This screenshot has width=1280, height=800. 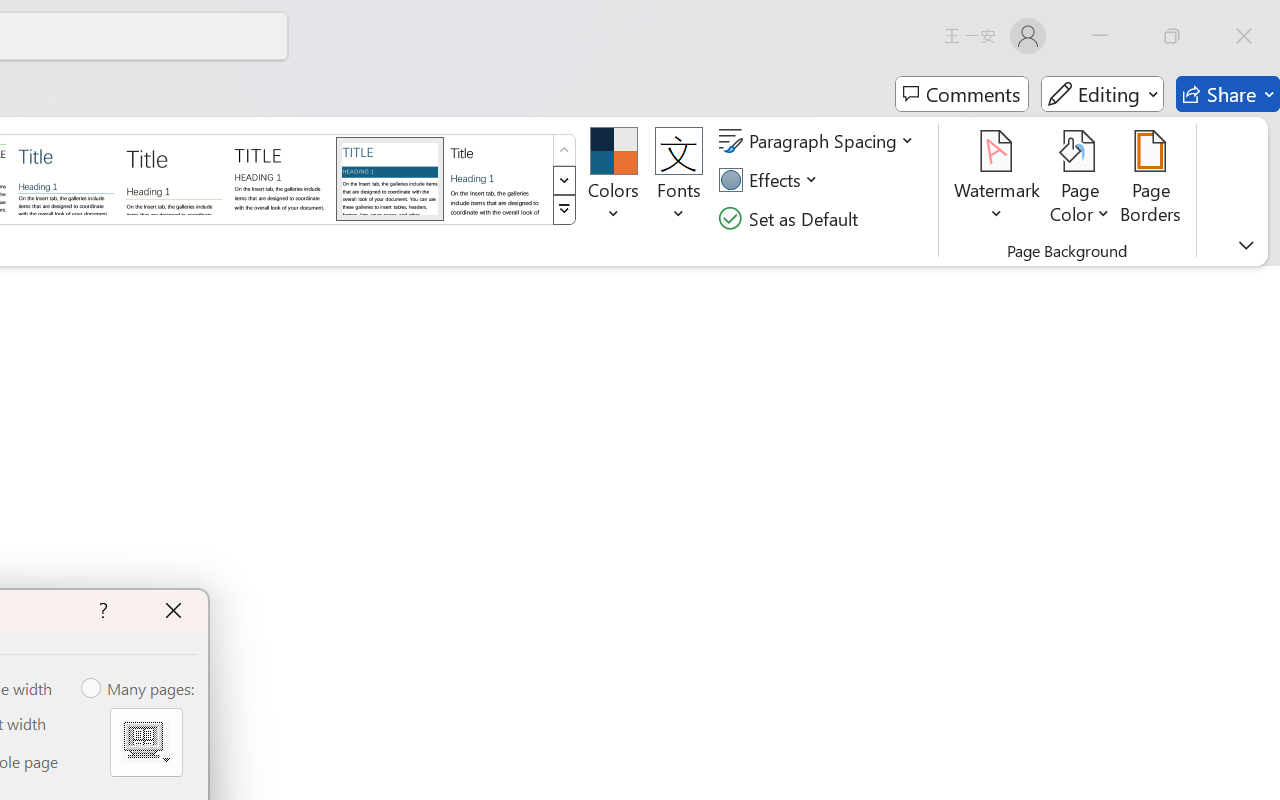 What do you see at coordinates (563, 210) in the screenshot?
I see `'Style Set'` at bounding box center [563, 210].